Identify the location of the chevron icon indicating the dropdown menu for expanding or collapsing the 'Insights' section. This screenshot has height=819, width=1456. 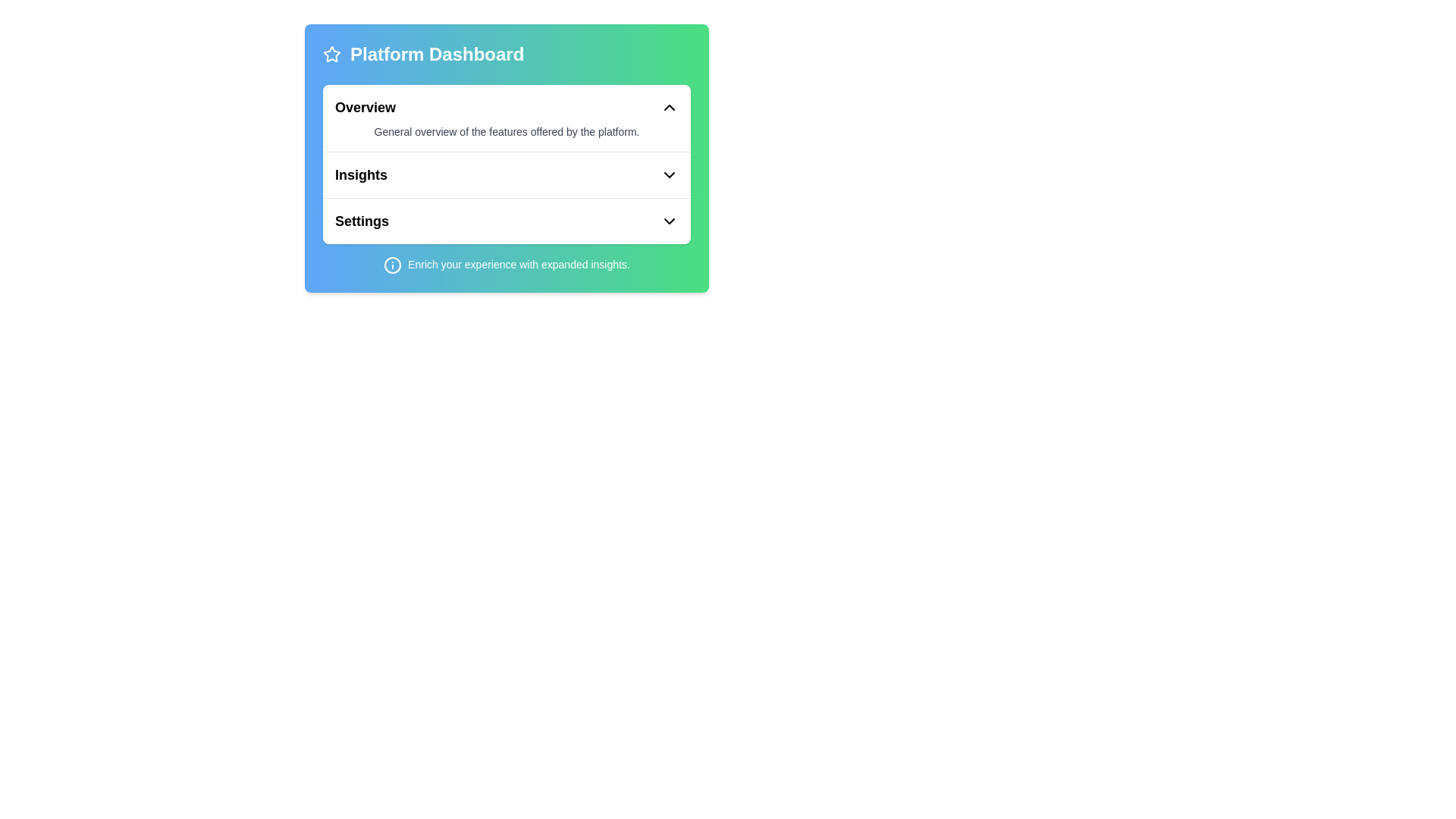
(669, 174).